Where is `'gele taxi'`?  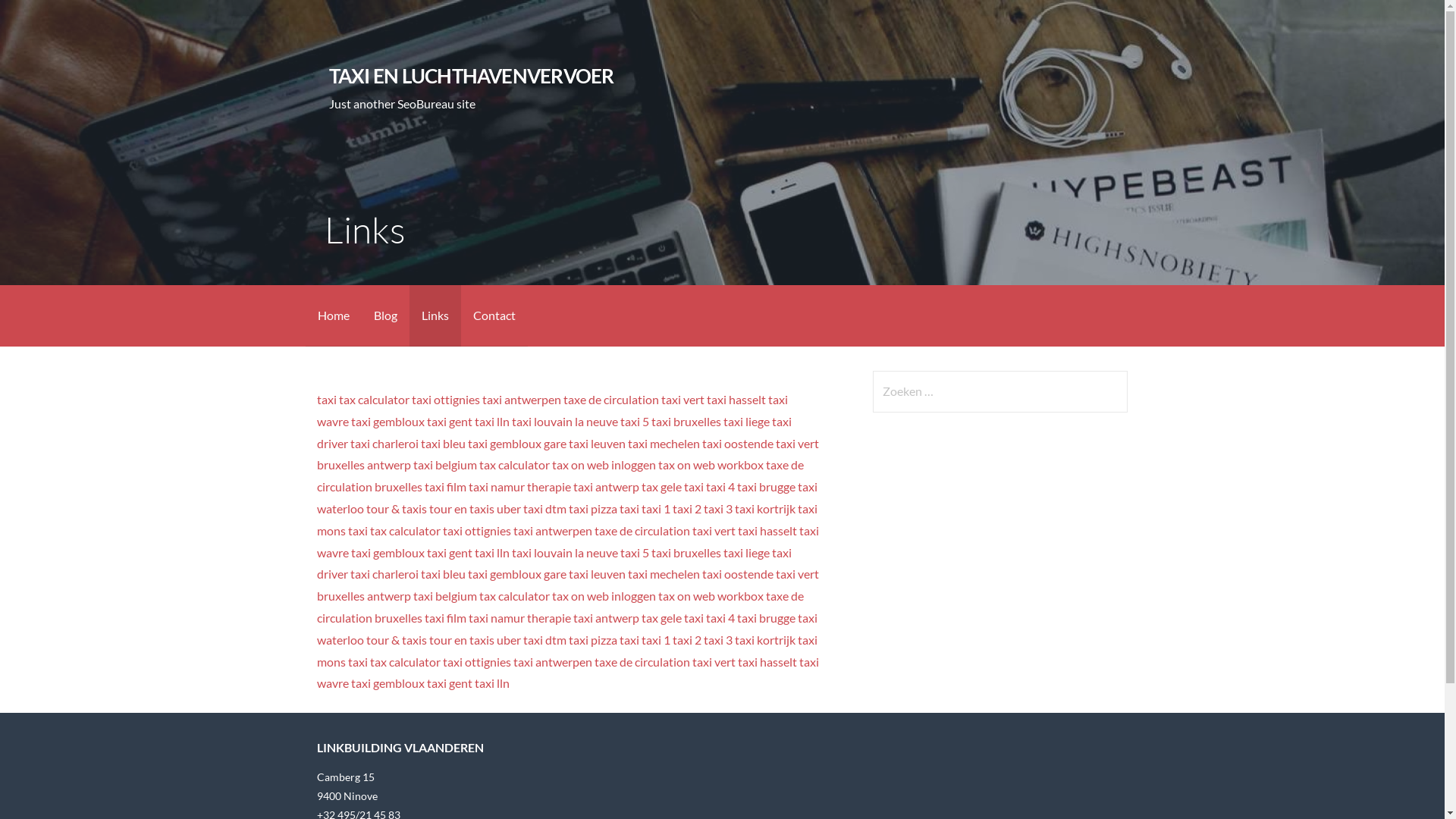 'gele taxi' is located at coordinates (681, 486).